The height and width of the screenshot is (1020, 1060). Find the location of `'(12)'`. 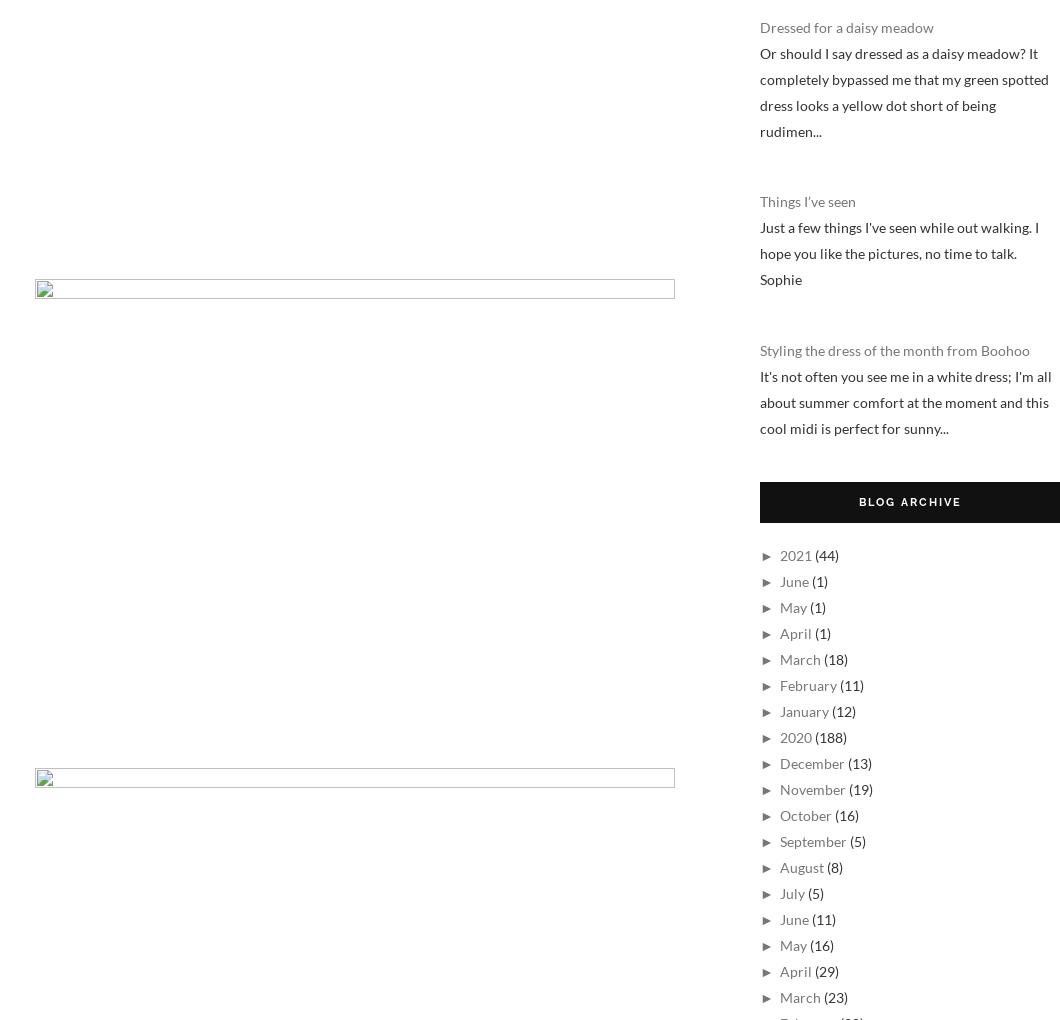

'(12)' is located at coordinates (843, 710).